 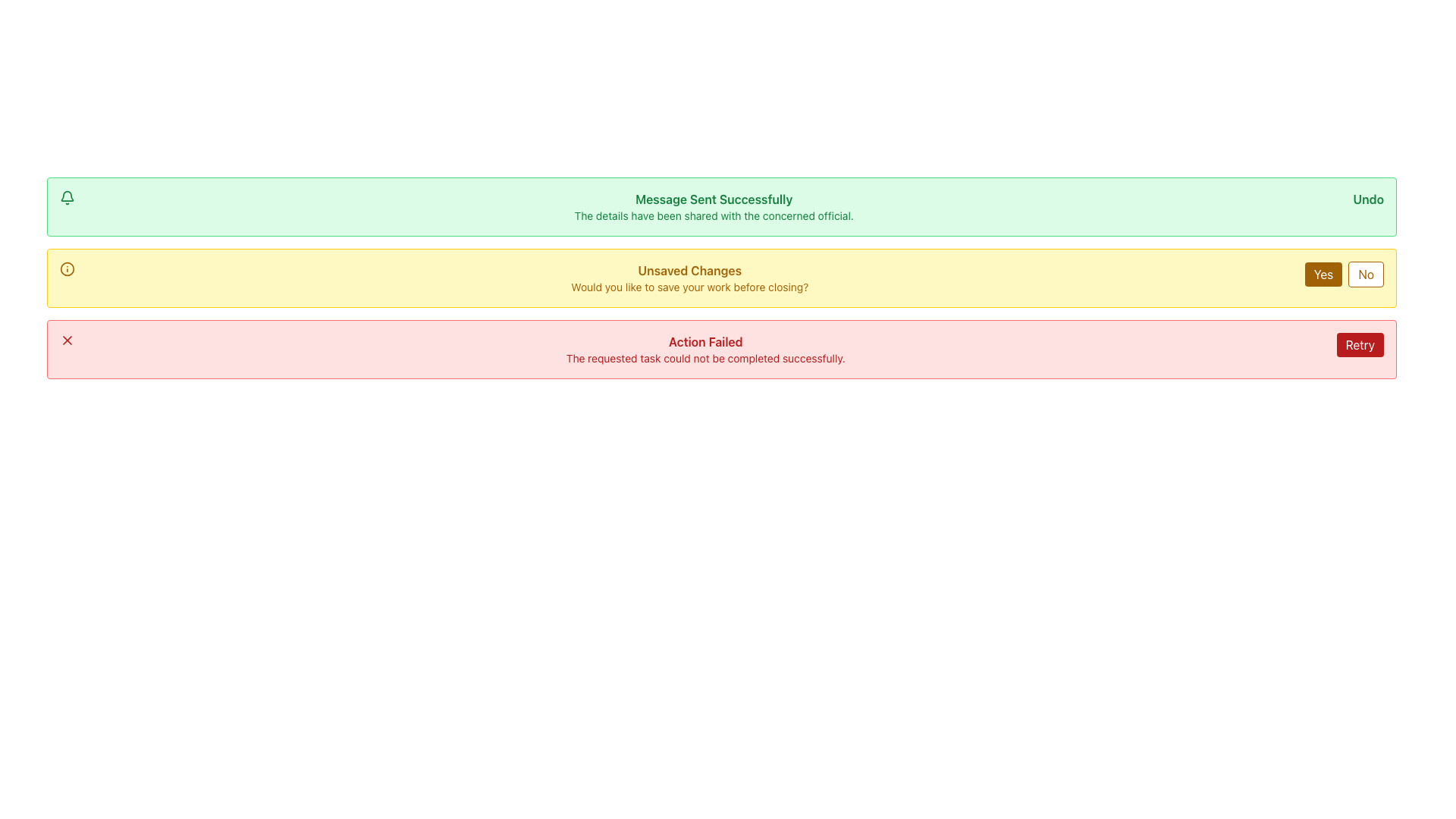 I want to click on message text from the Notification modal that alerts the user about unsaved changes, located between the 'Message Sent Successfully' and 'Action Failed' boxes, so click(x=720, y=278).